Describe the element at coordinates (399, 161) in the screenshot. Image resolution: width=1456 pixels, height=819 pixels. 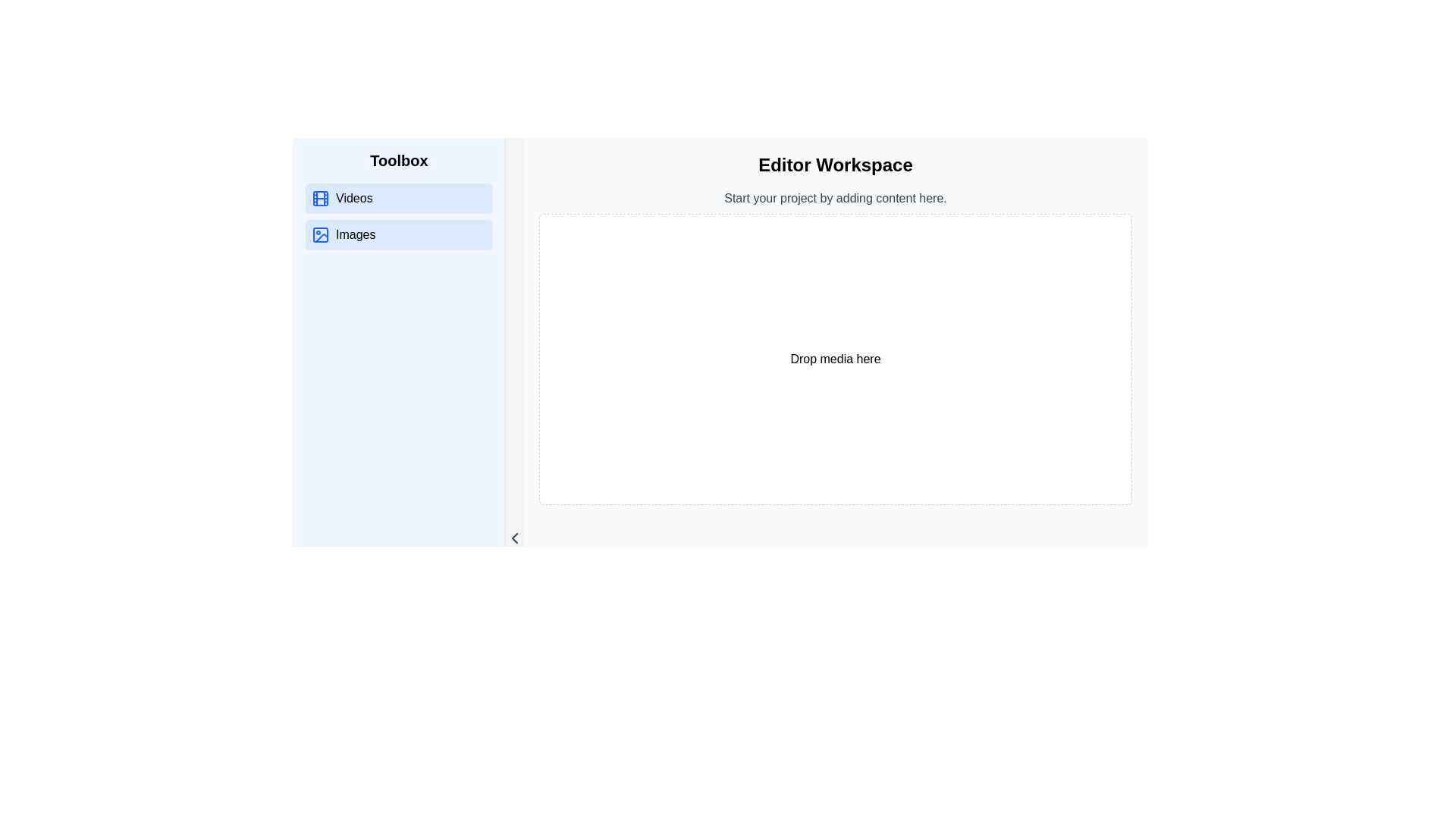
I see `the header text element located at the top of the sidebar, which categorizes the adjacent menu section for 'Videos' and 'Images'` at that location.